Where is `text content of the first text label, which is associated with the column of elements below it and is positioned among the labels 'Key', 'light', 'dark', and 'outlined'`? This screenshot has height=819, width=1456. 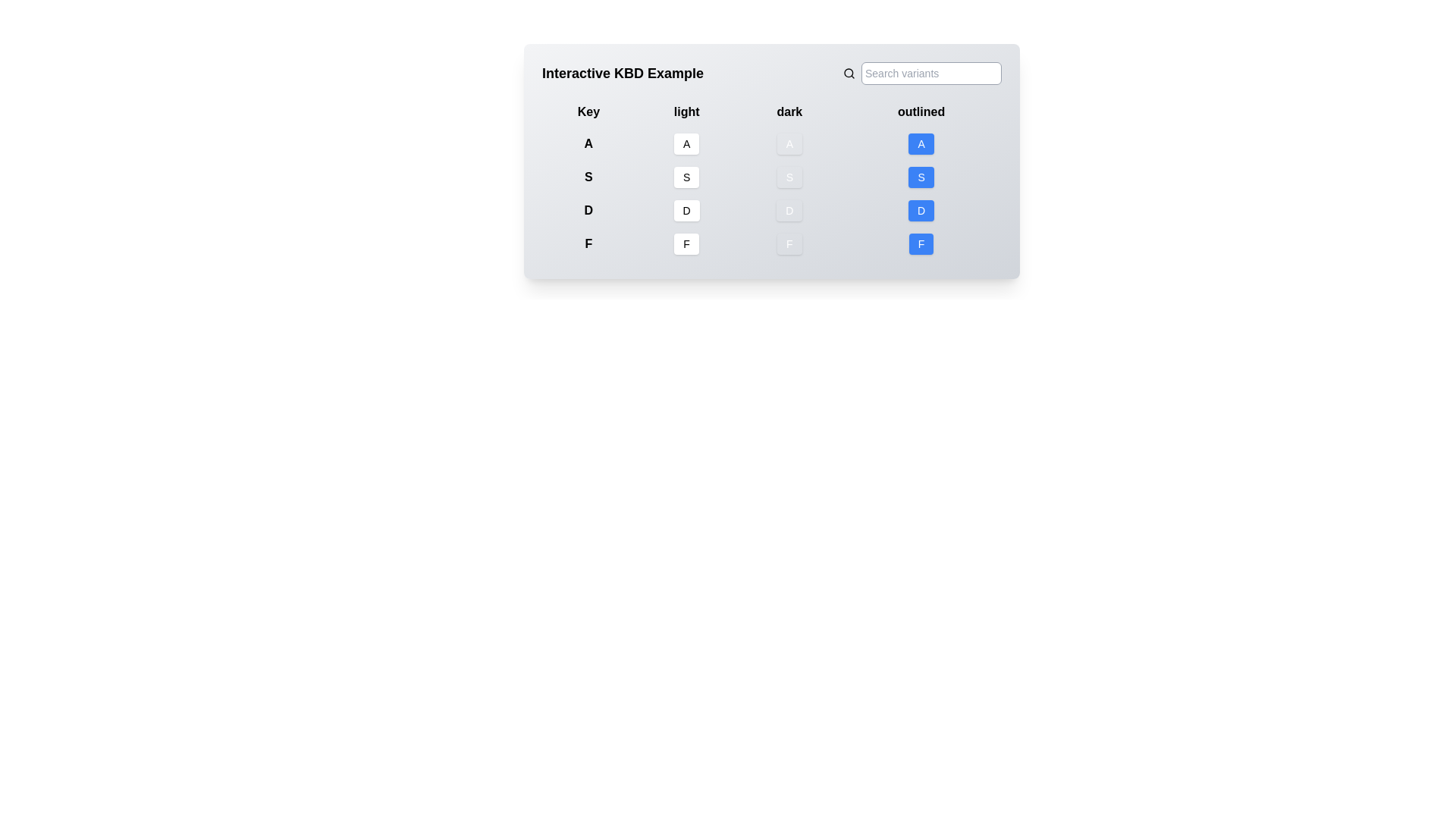 text content of the first text label, which is associated with the column of elements below it and is positioned among the labels 'Key', 'light', 'dark', and 'outlined' is located at coordinates (588, 111).